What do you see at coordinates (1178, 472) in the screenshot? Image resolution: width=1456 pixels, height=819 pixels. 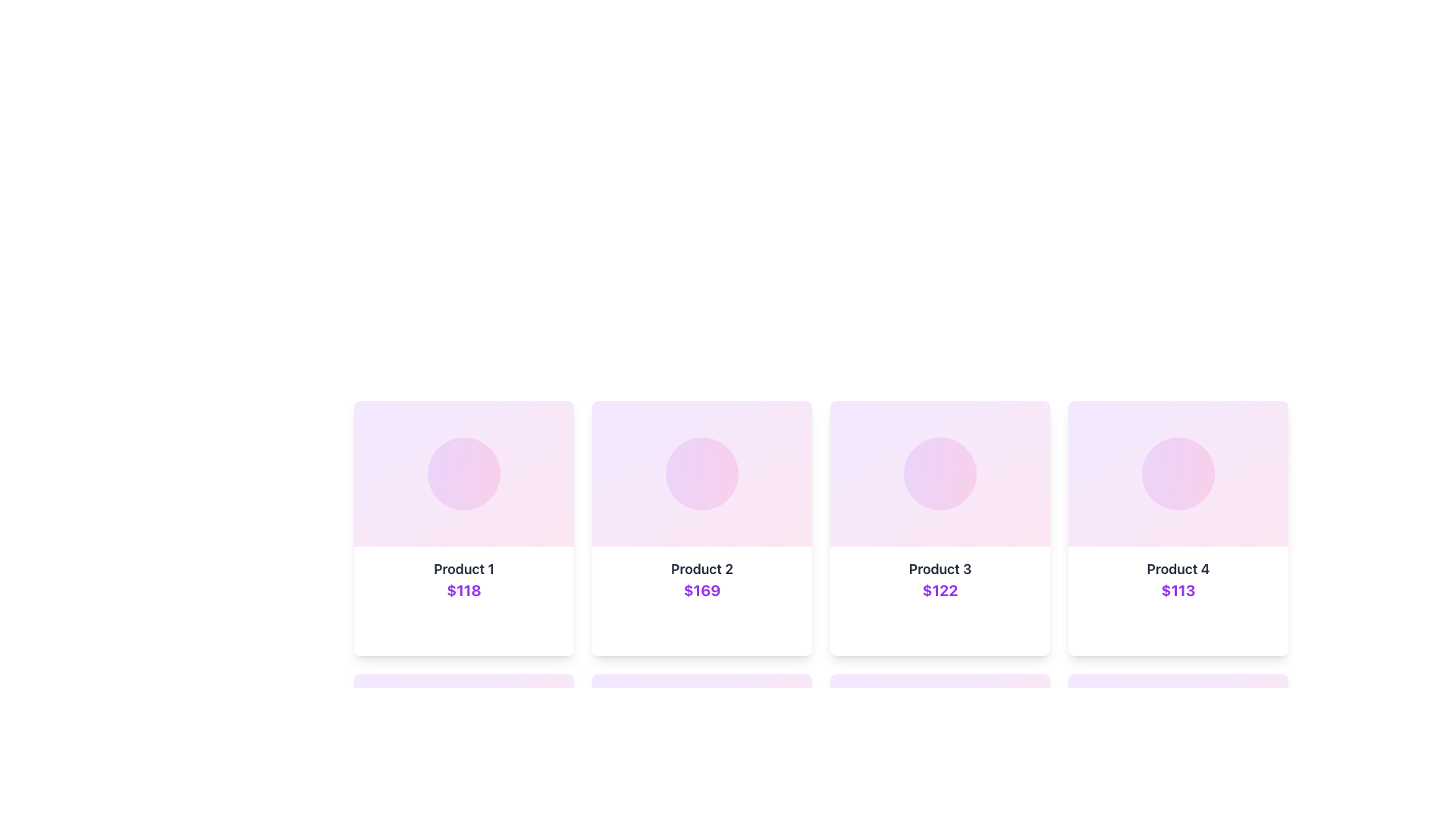 I see `the decorative circular gradient design element located in the 'Product 4' card, which enhances the visual appeal but does not have interactive functionality` at bounding box center [1178, 472].